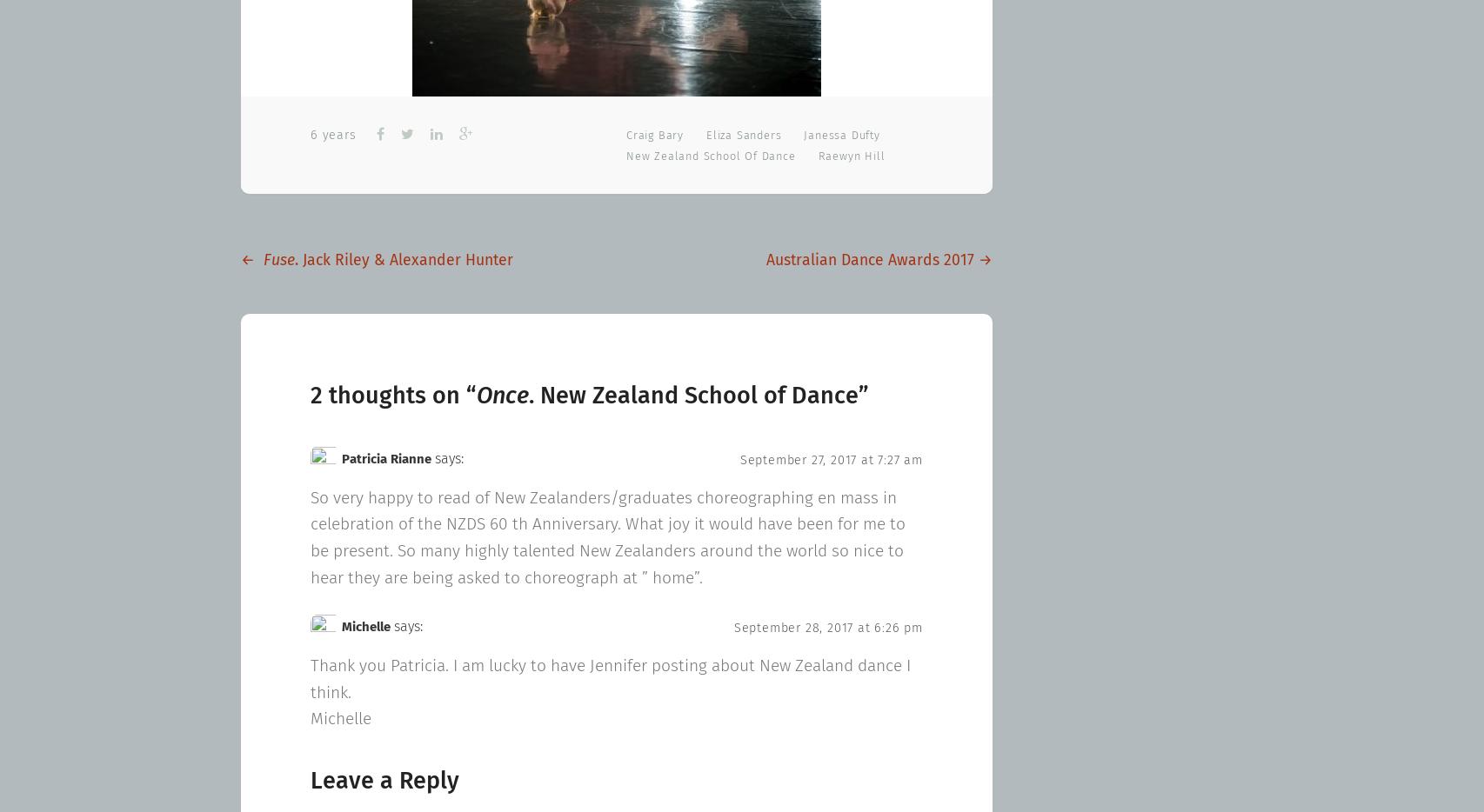 Image resolution: width=1484 pixels, height=812 pixels. I want to click on 'New Zealand School of Dance', so click(710, 156).